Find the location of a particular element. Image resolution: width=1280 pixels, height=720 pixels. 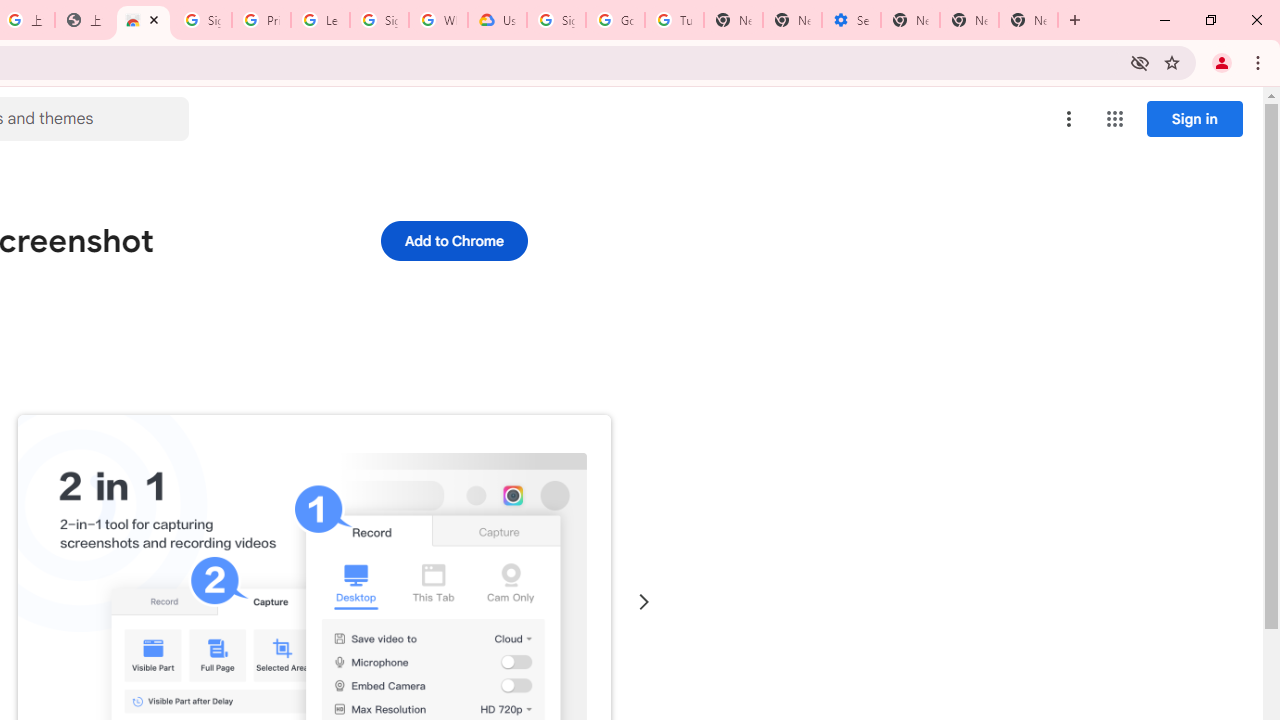

'Who are Google' is located at coordinates (437, 20).